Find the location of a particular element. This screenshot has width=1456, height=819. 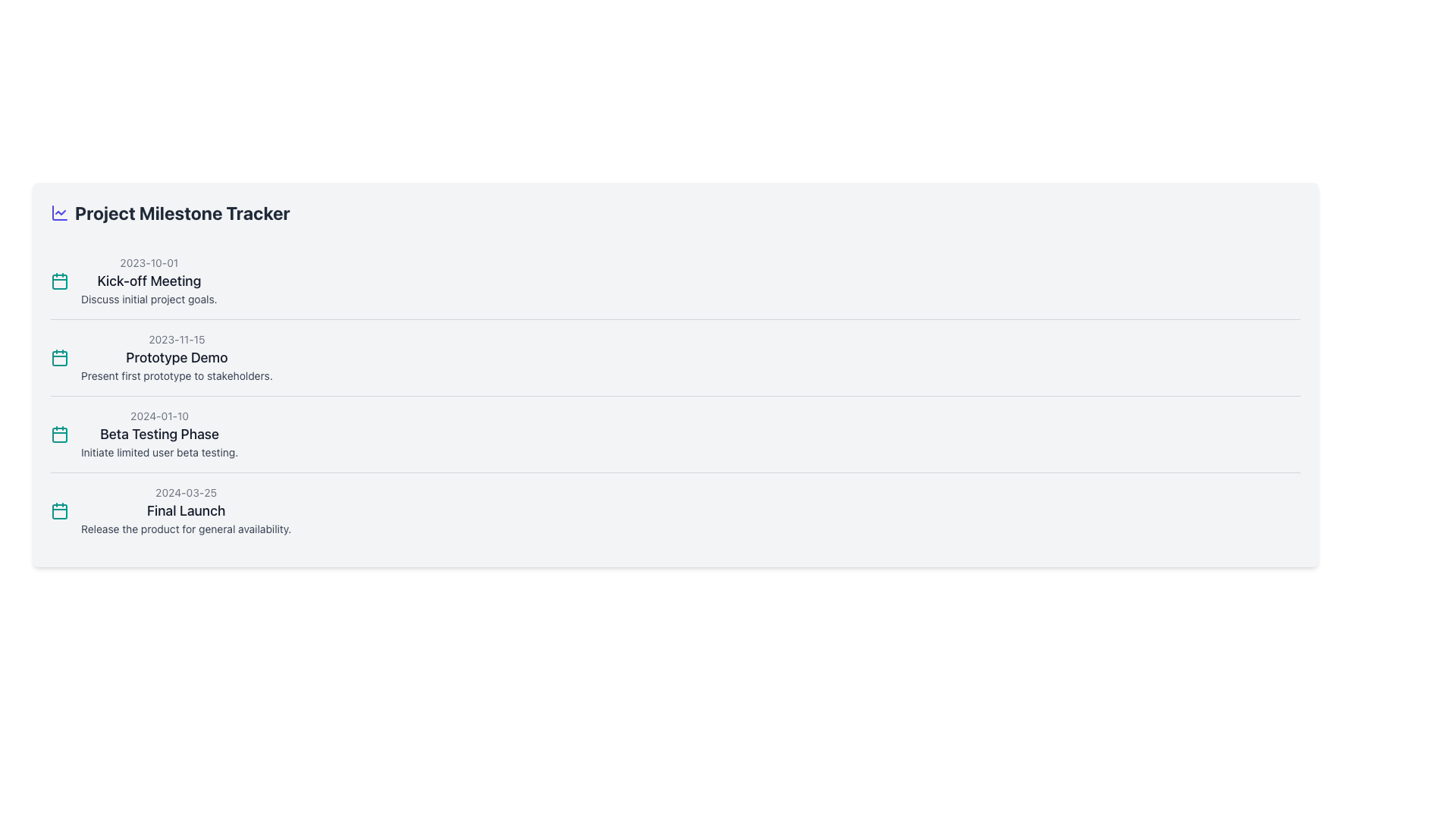

the text label displaying '2023-10-01' in light gray font located at the top of the event description block for the 'Kick-off Meeting' is located at coordinates (149, 262).